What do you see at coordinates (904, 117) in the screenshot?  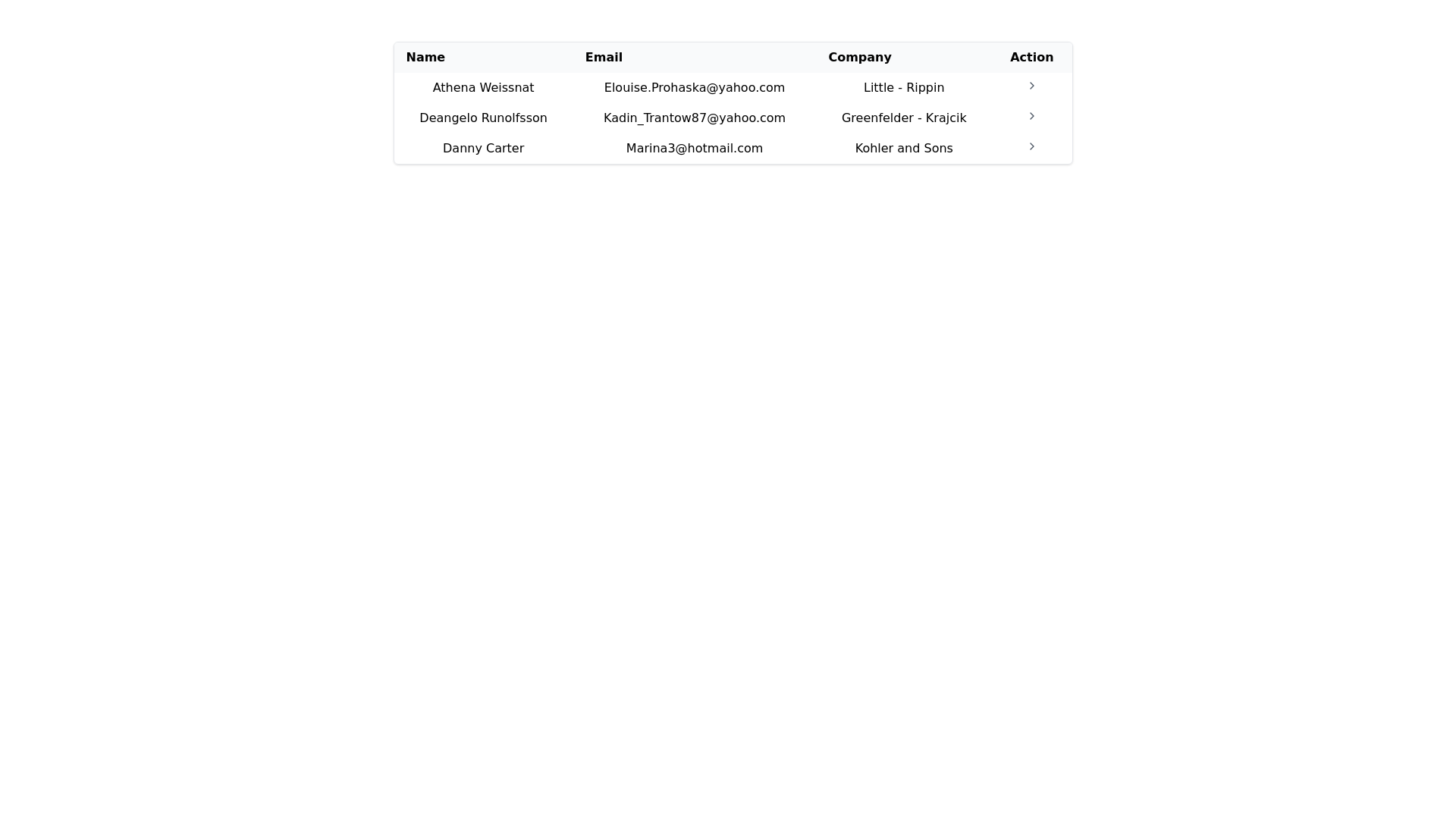 I see `the table cell containing the text 'Greenfelder - Krajcik', which is the third cell in the second row under the 'Company' column` at bounding box center [904, 117].